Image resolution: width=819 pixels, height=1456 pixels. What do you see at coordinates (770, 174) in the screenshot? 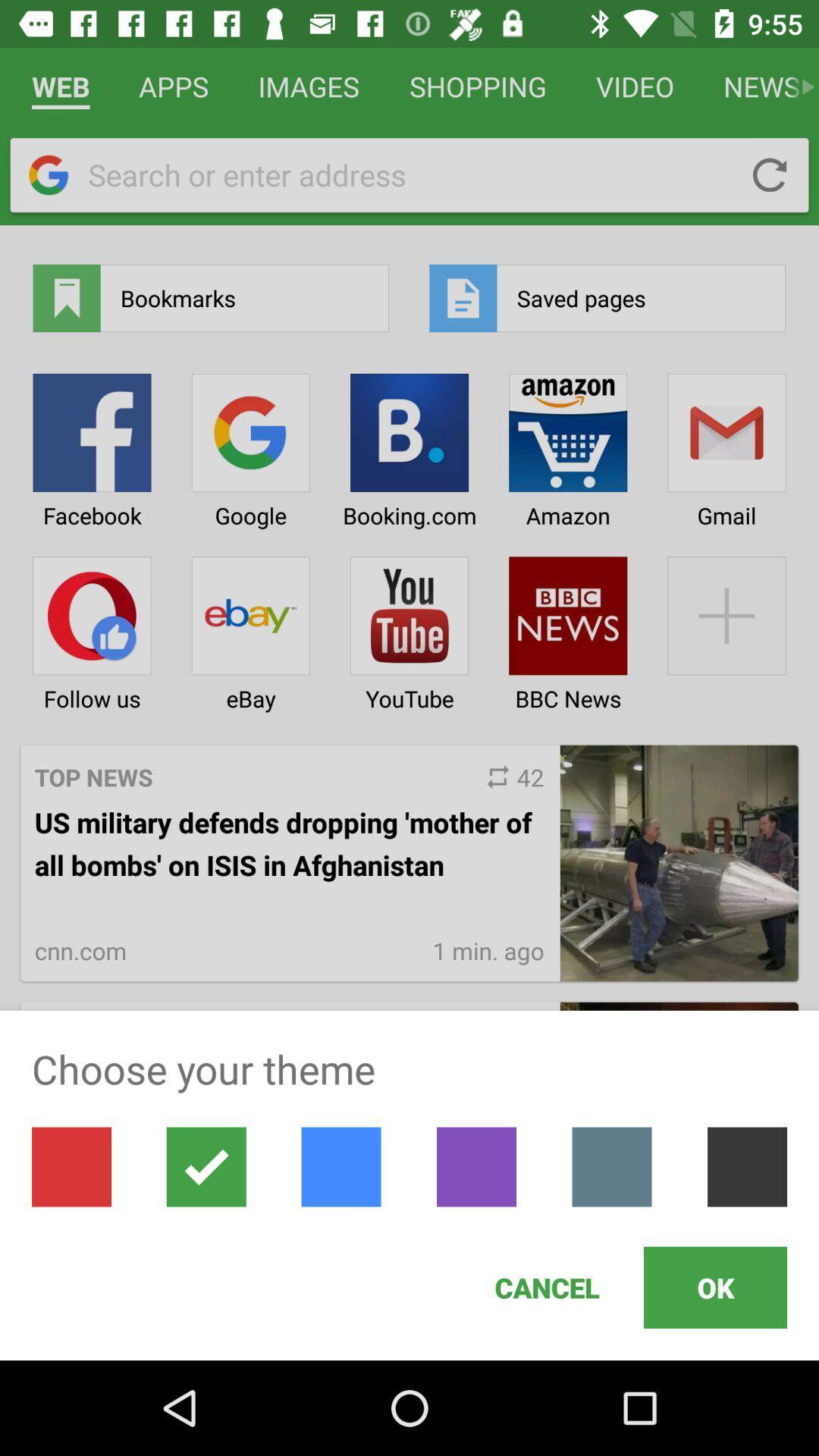
I see `the refresh button on the web page` at bounding box center [770, 174].